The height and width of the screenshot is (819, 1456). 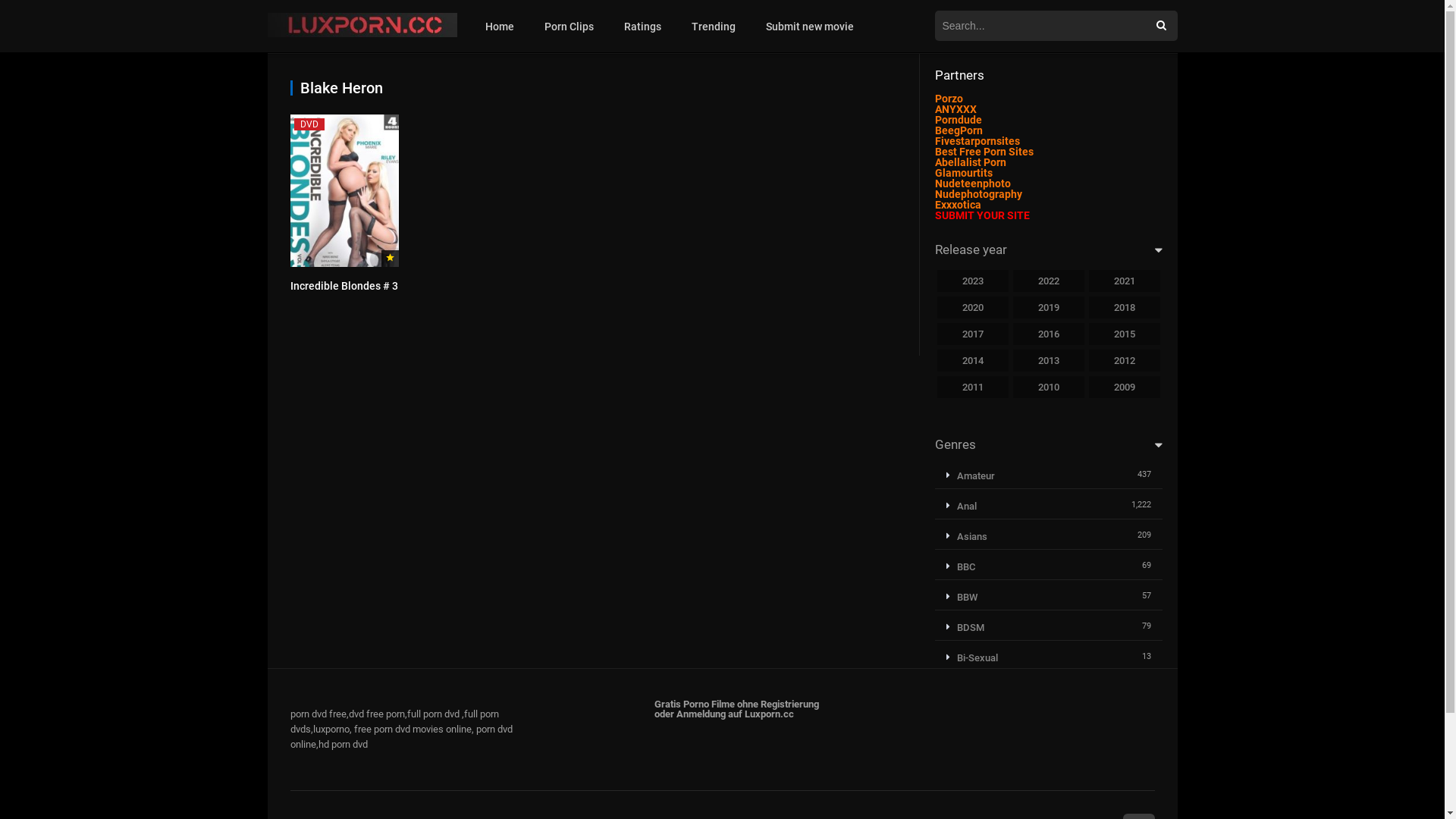 I want to click on 'Exxxotica', so click(x=956, y=205).